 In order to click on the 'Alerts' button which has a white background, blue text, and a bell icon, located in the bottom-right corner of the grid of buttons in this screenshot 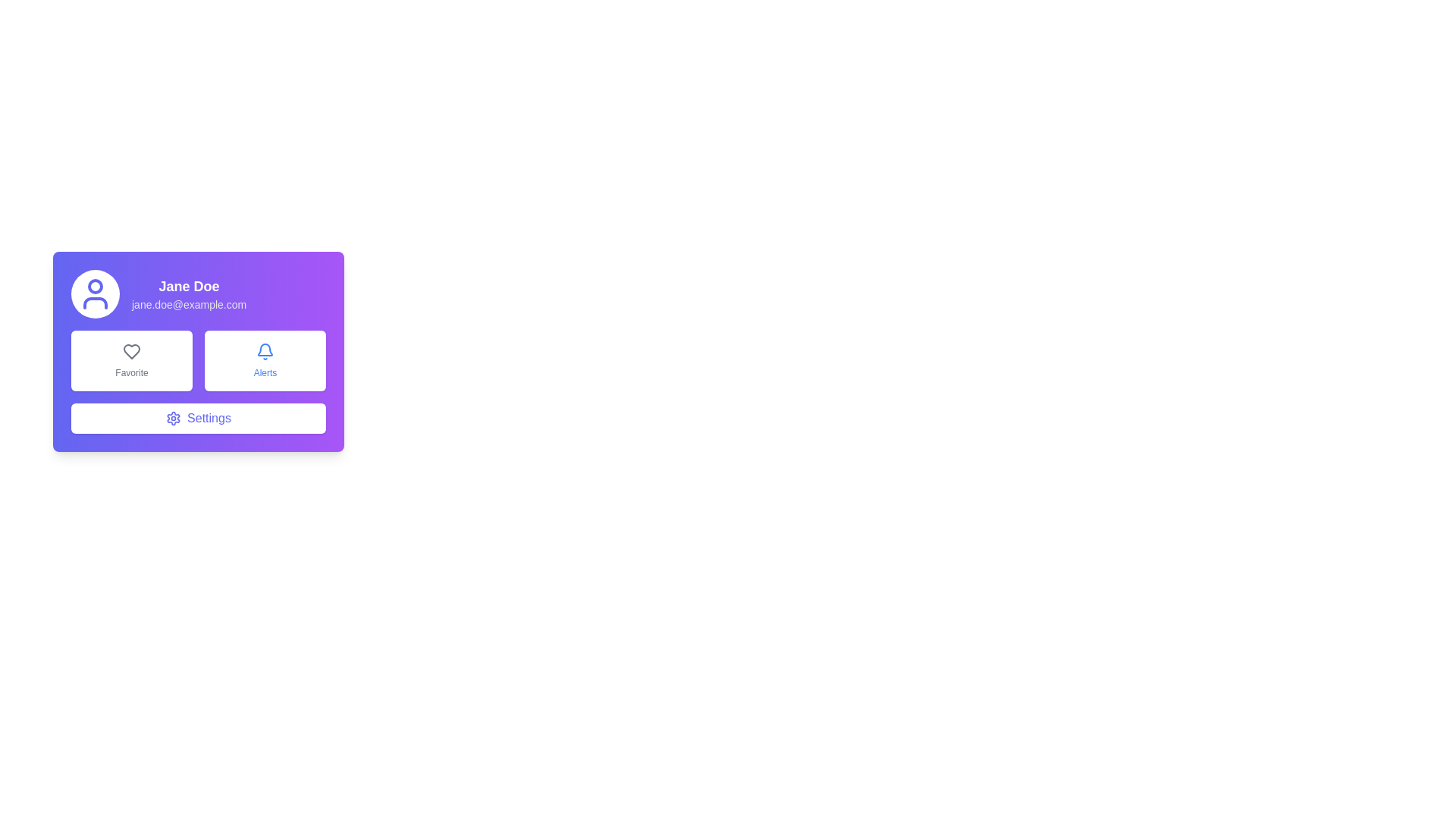, I will do `click(265, 360)`.